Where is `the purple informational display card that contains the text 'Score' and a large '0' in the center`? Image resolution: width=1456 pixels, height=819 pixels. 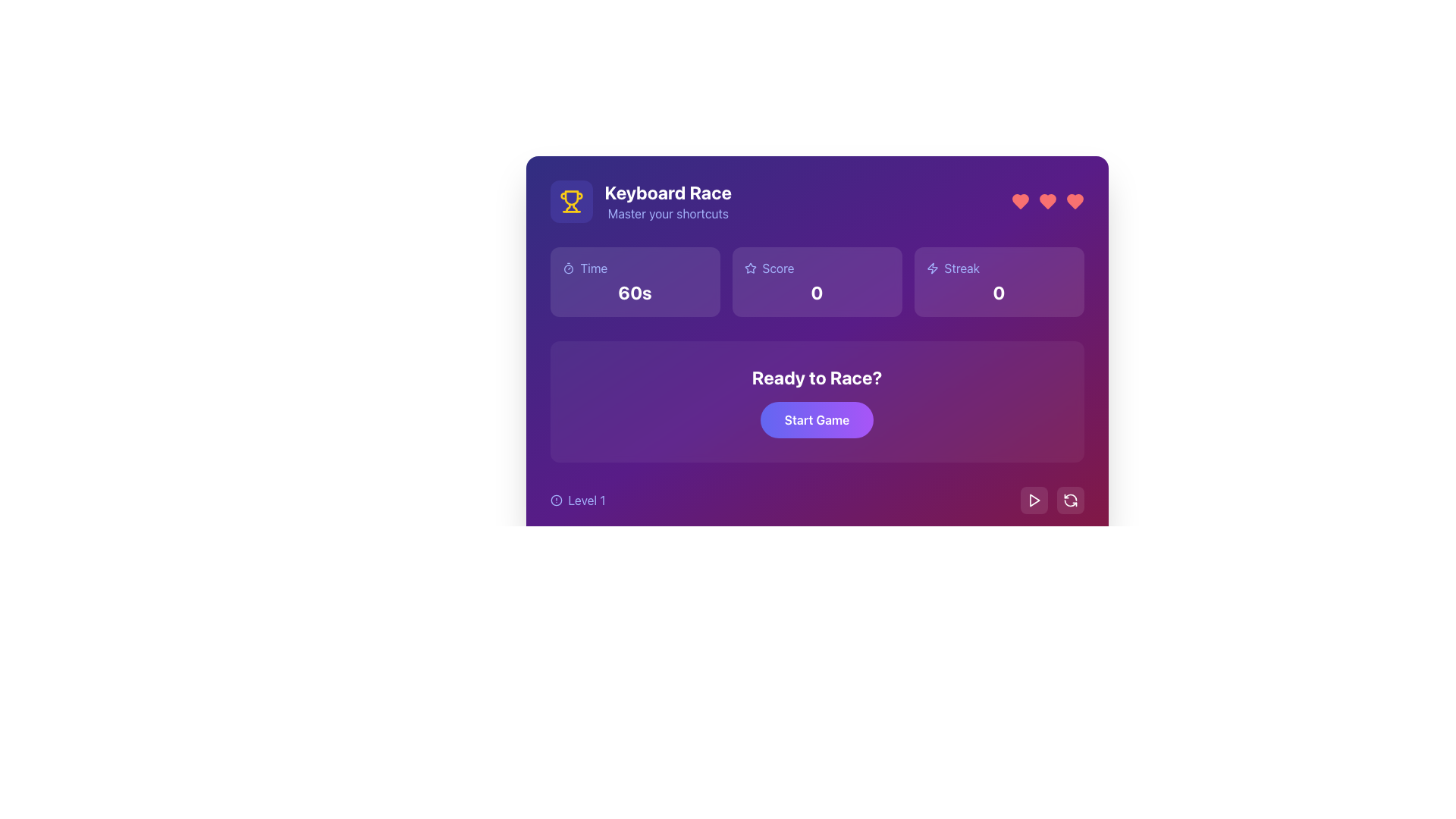 the purple informational display card that contains the text 'Score' and a large '0' in the center is located at coordinates (816, 281).